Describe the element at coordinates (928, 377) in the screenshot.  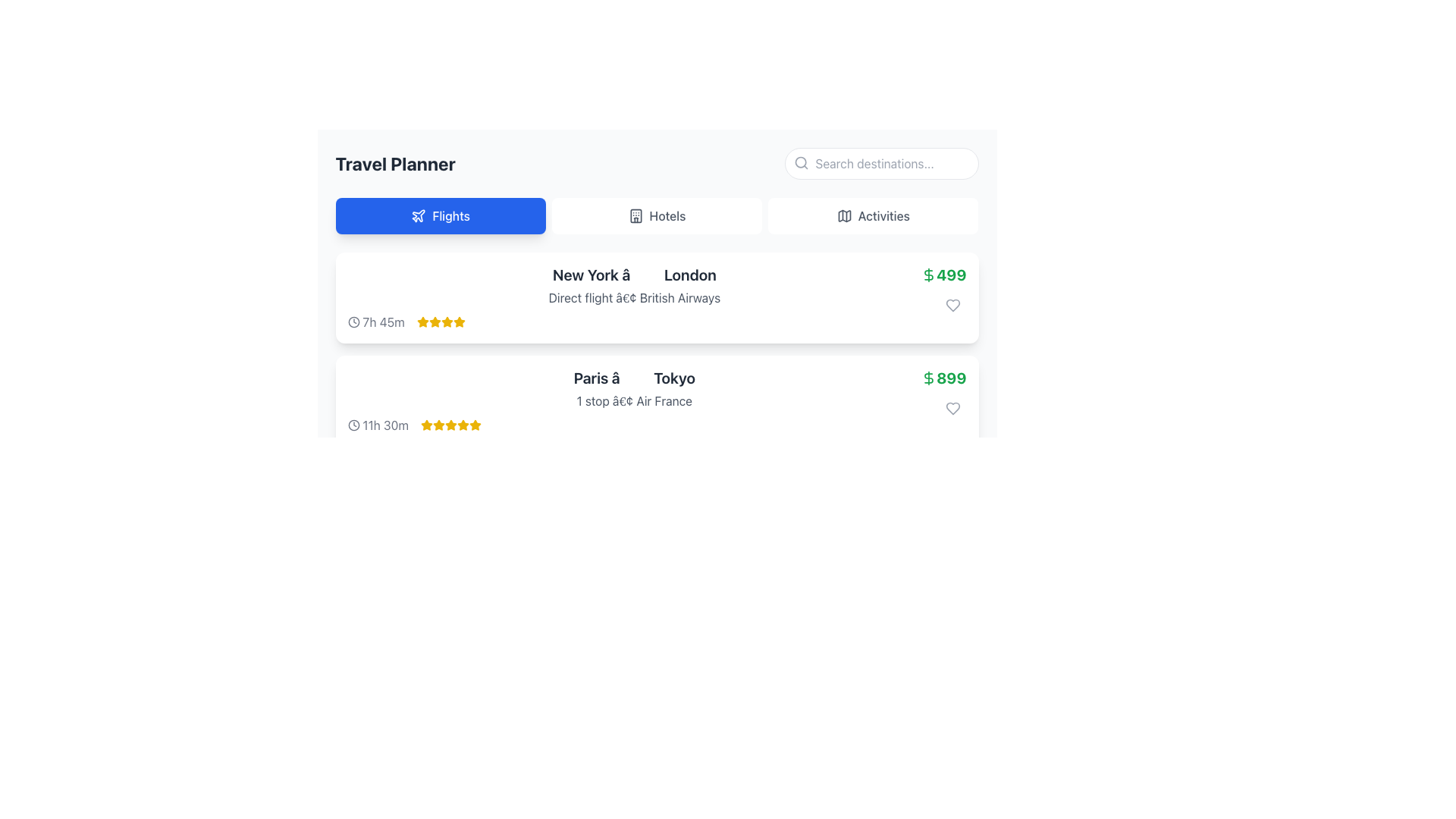
I see `the decorative indicator icon that signifies the monetary price of '899', located to the immediate left of the numeric value within a bold green text layout` at that location.